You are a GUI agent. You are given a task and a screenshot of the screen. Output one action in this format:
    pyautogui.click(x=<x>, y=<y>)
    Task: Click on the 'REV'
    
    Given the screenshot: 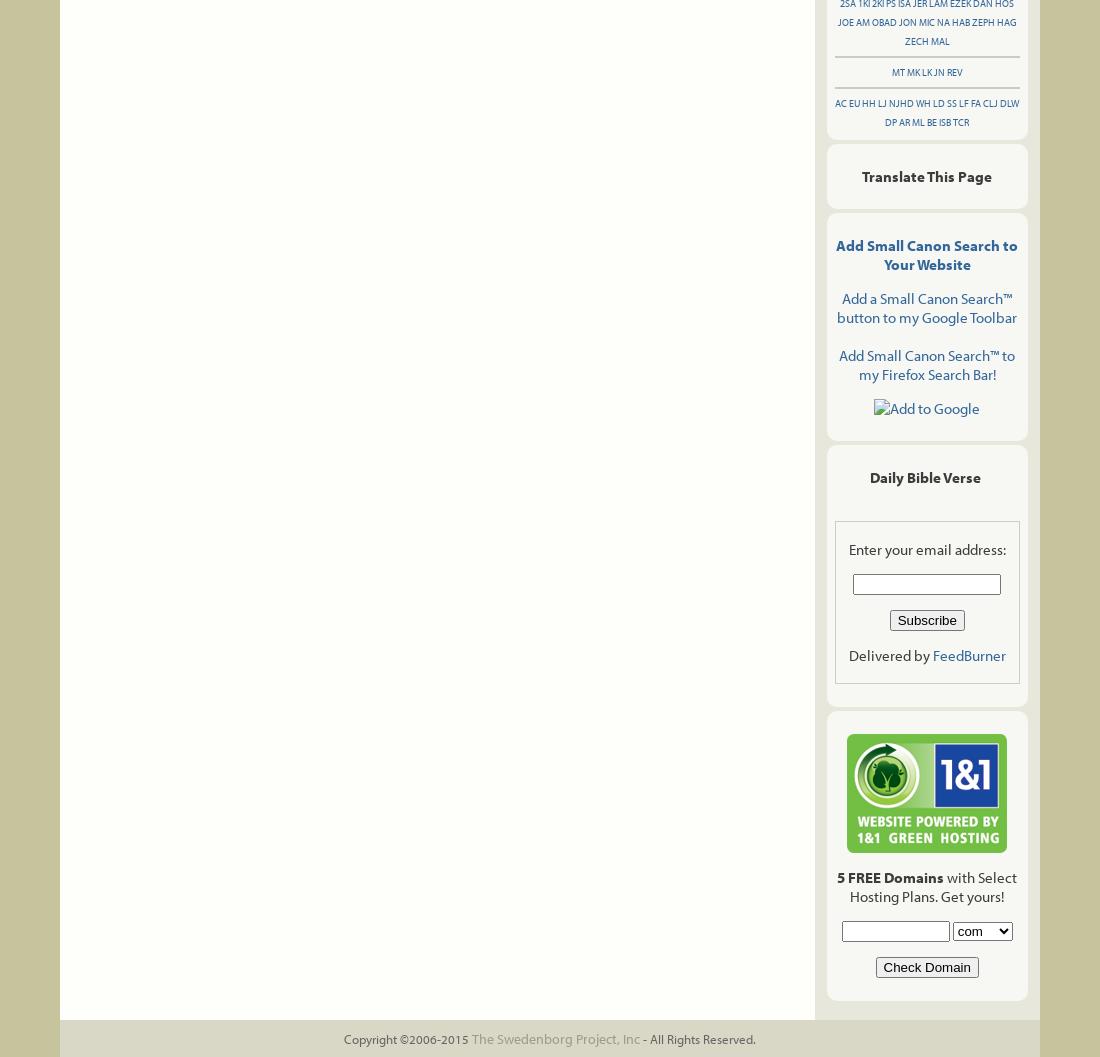 What is the action you would take?
    pyautogui.click(x=946, y=72)
    